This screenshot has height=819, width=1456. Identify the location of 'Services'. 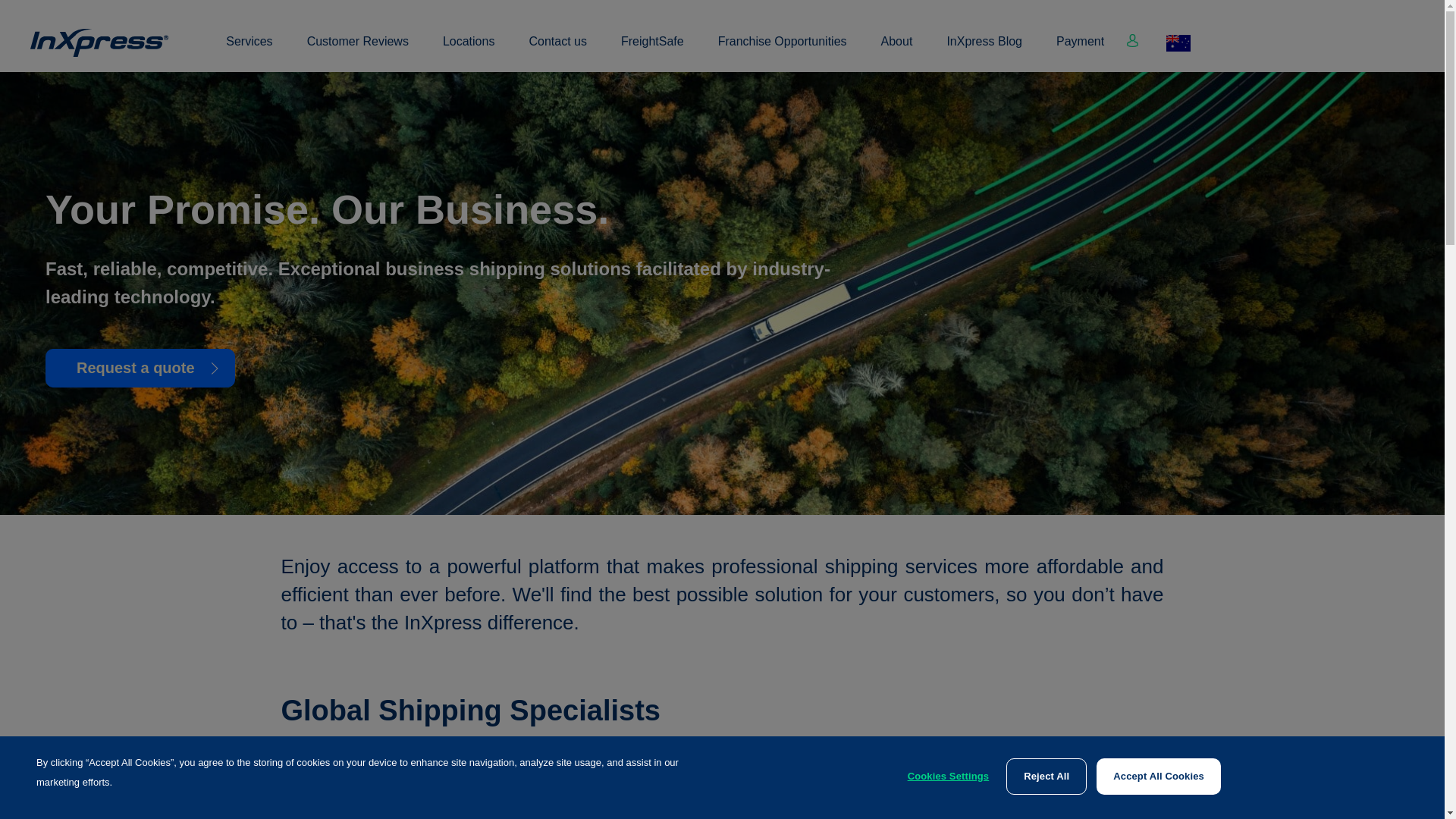
(249, 49).